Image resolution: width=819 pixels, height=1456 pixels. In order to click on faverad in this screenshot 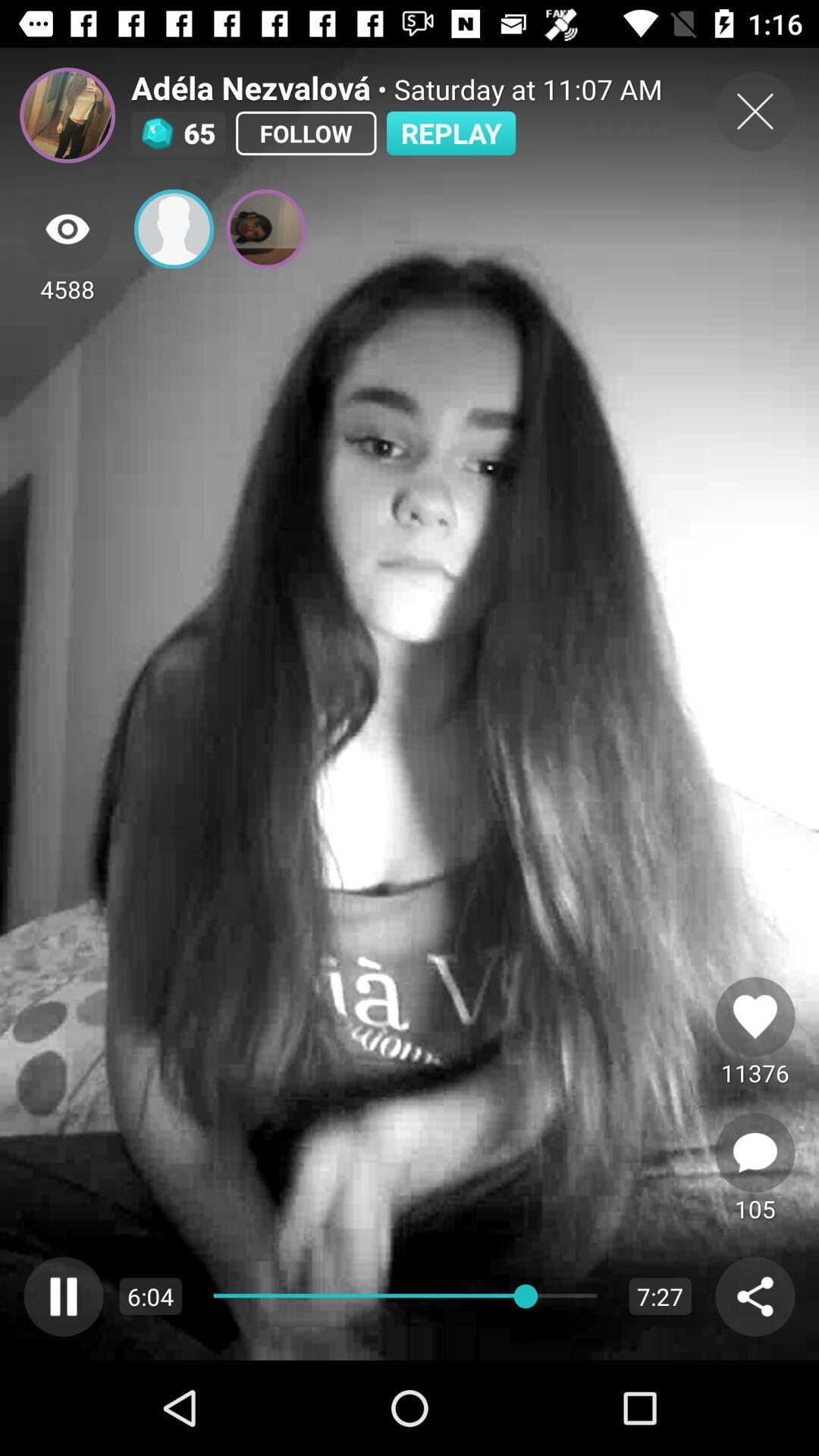, I will do `click(755, 1016)`.